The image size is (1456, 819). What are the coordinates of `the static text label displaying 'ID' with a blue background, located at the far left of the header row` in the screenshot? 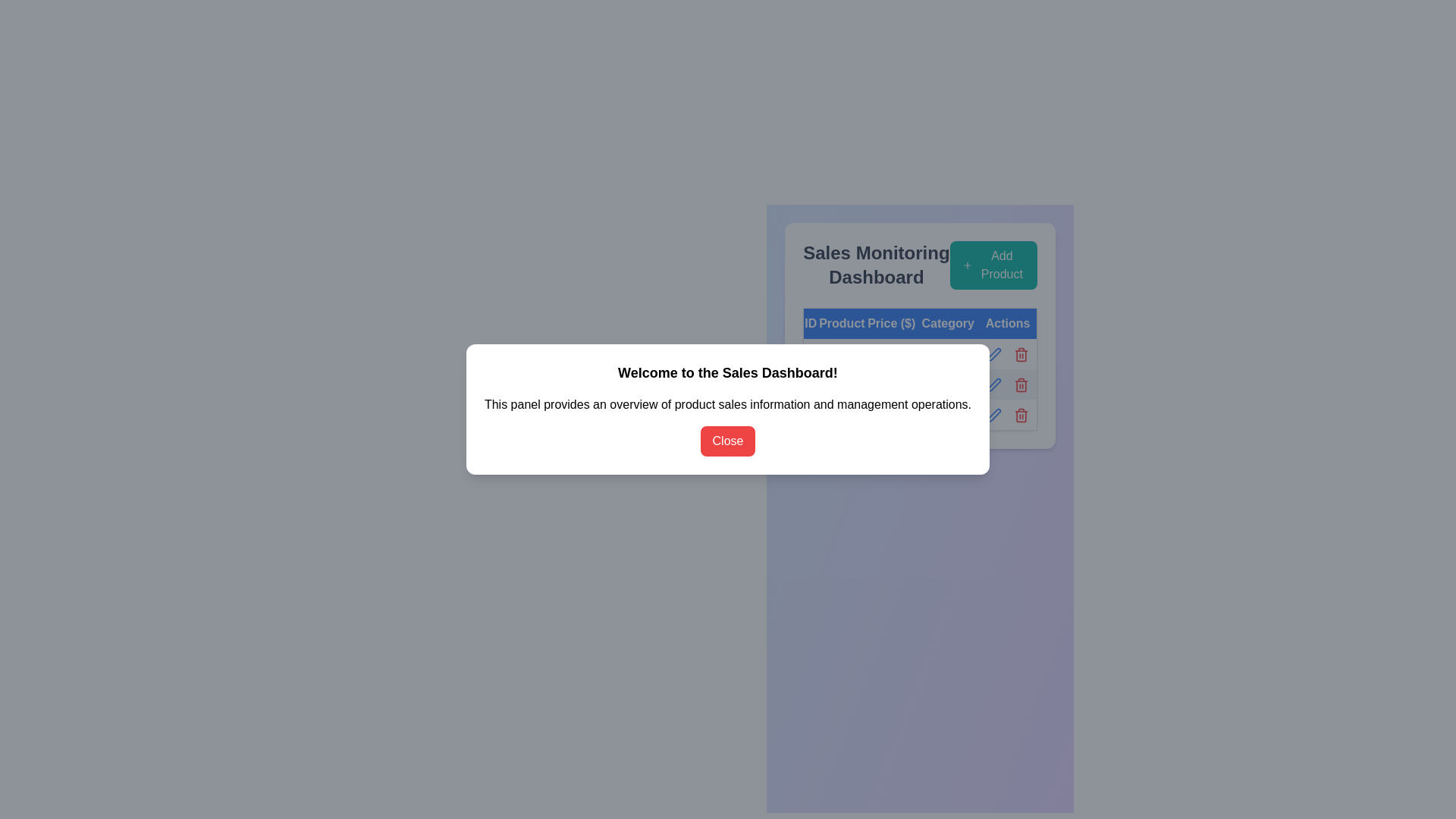 It's located at (810, 322).